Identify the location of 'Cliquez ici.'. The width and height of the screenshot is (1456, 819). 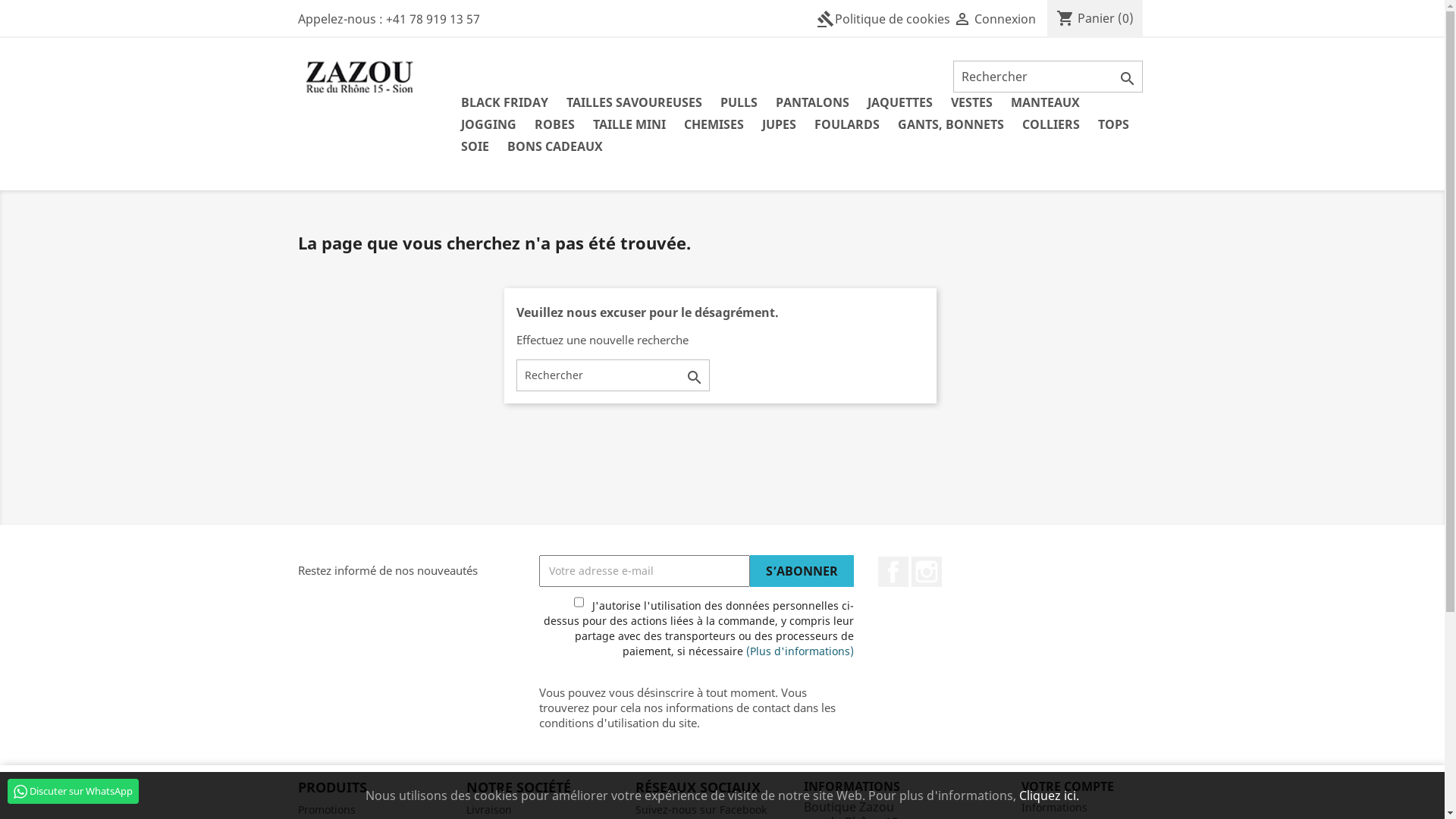
(1019, 795).